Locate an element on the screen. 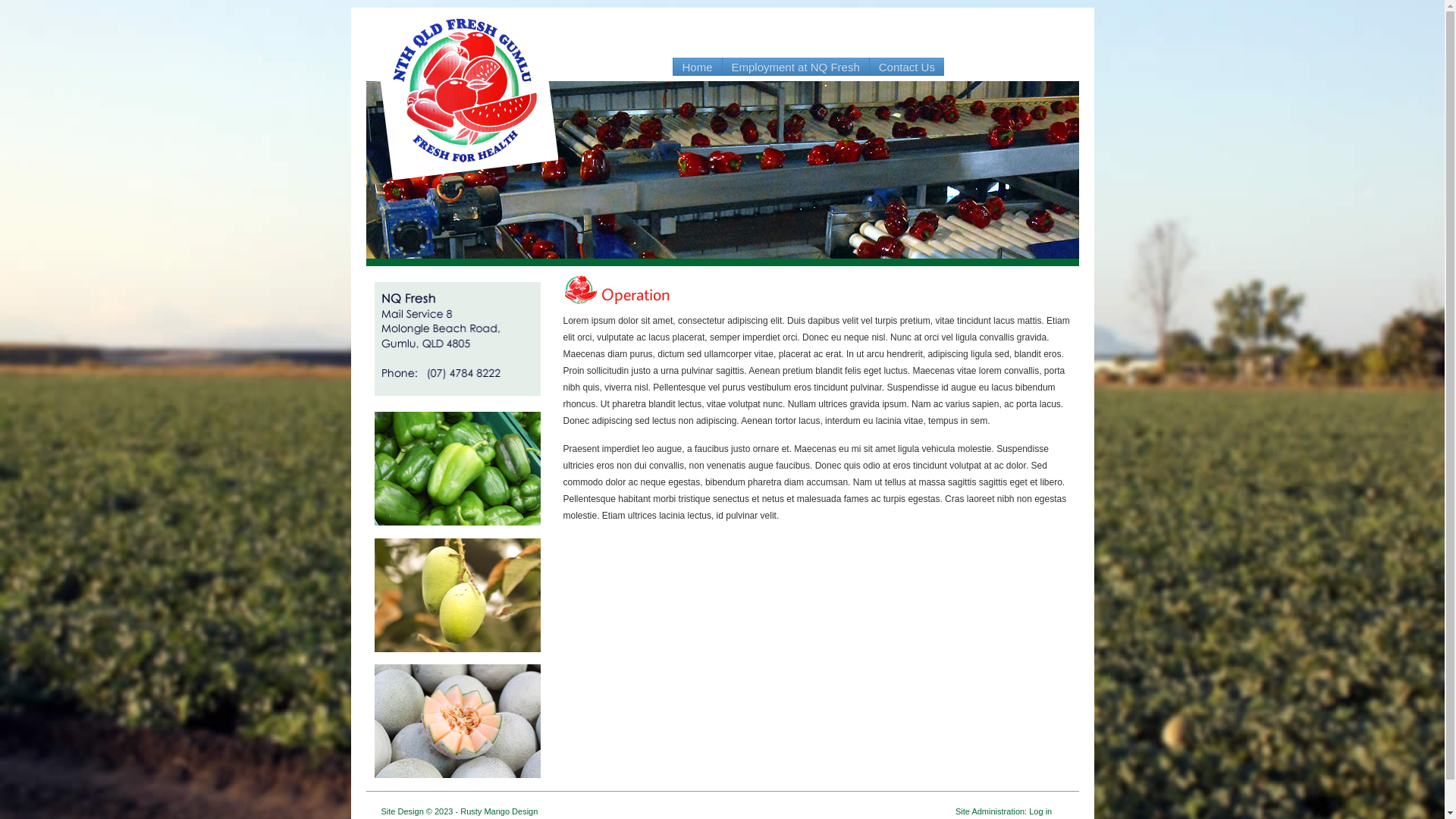  'Contact Us' is located at coordinates (870, 66).